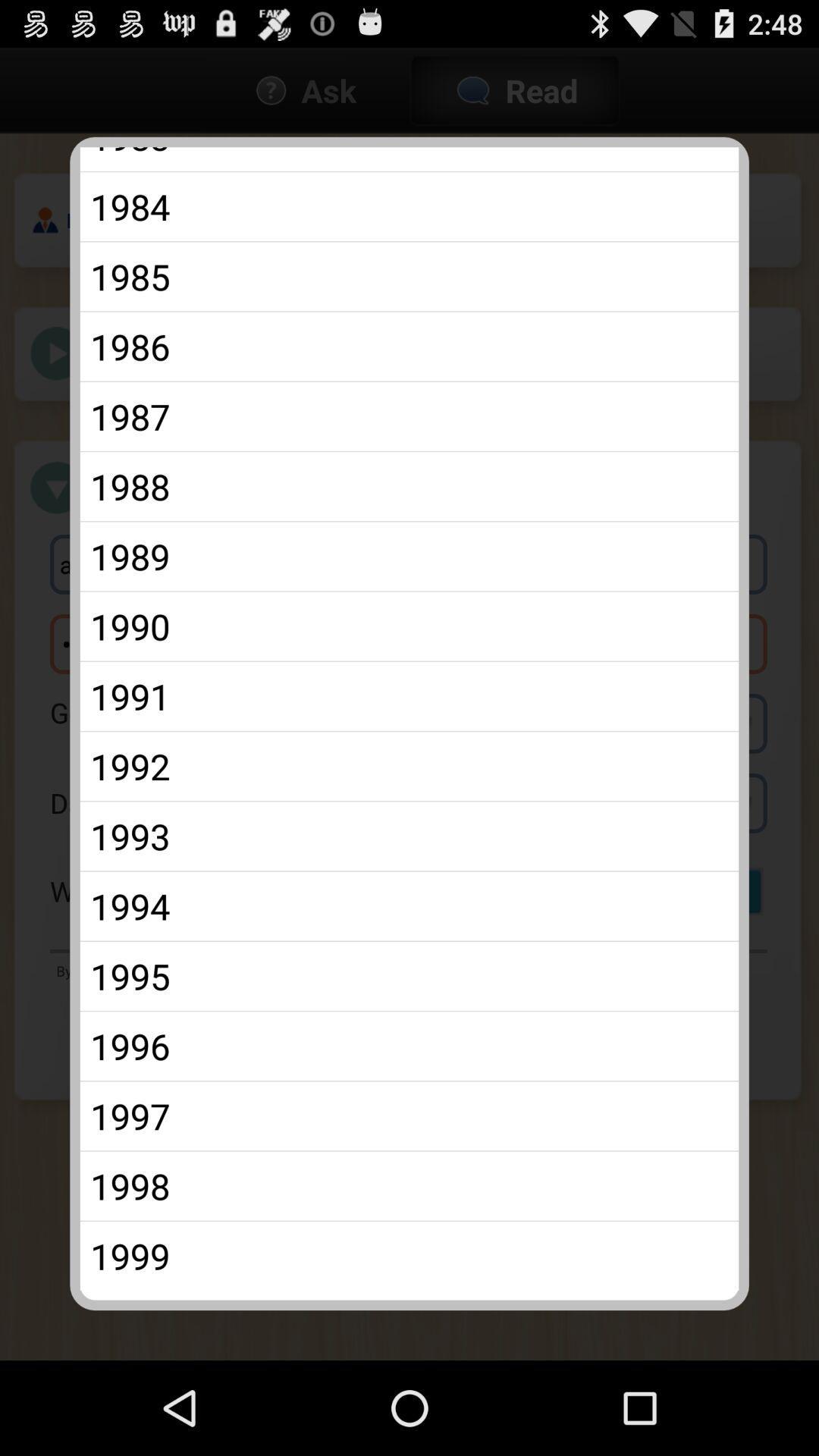  I want to click on the 1984 app, so click(409, 206).